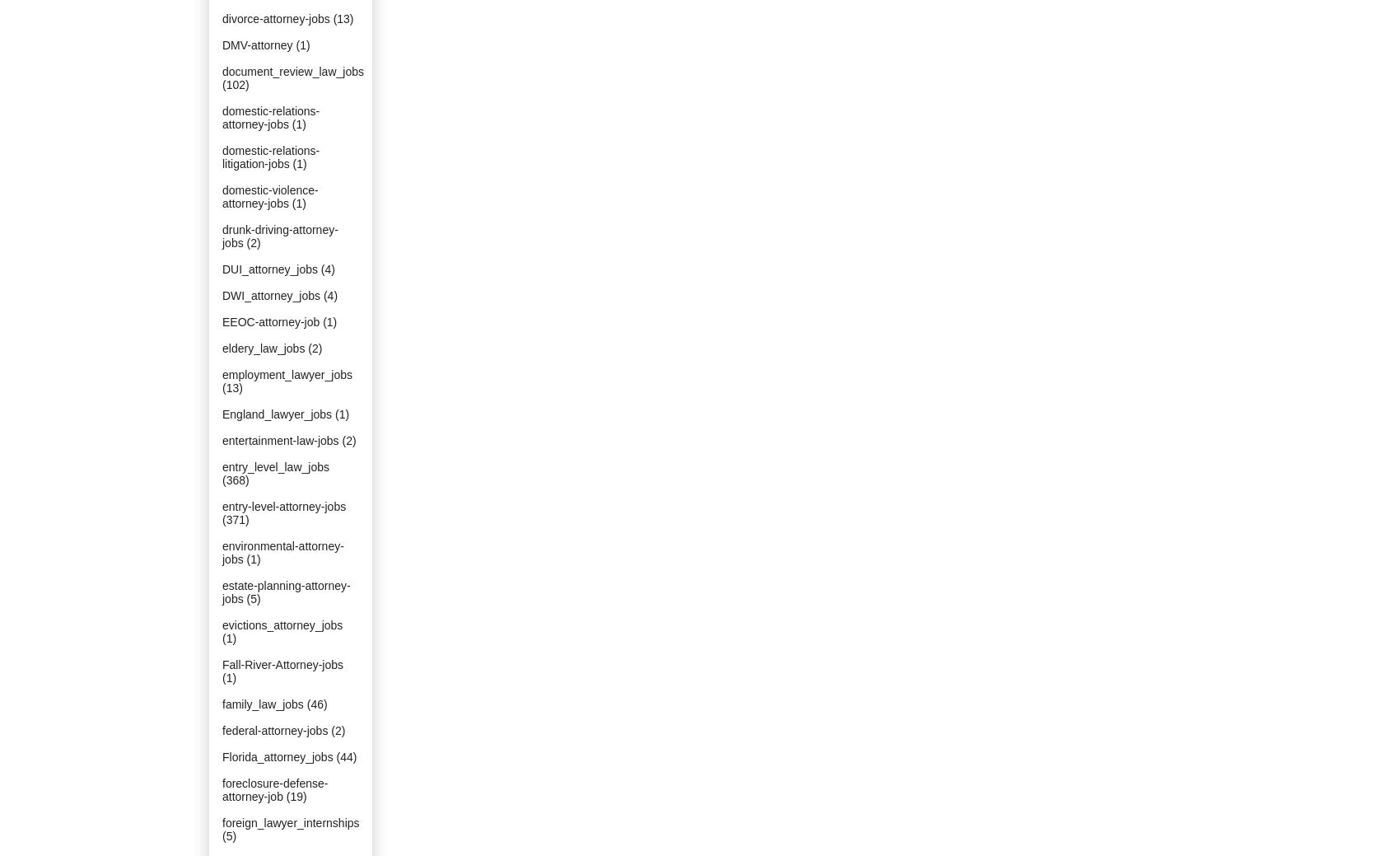 This screenshot has width=1400, height=856. I want to click on 'eldery_law_jobs', so click(263, 347).